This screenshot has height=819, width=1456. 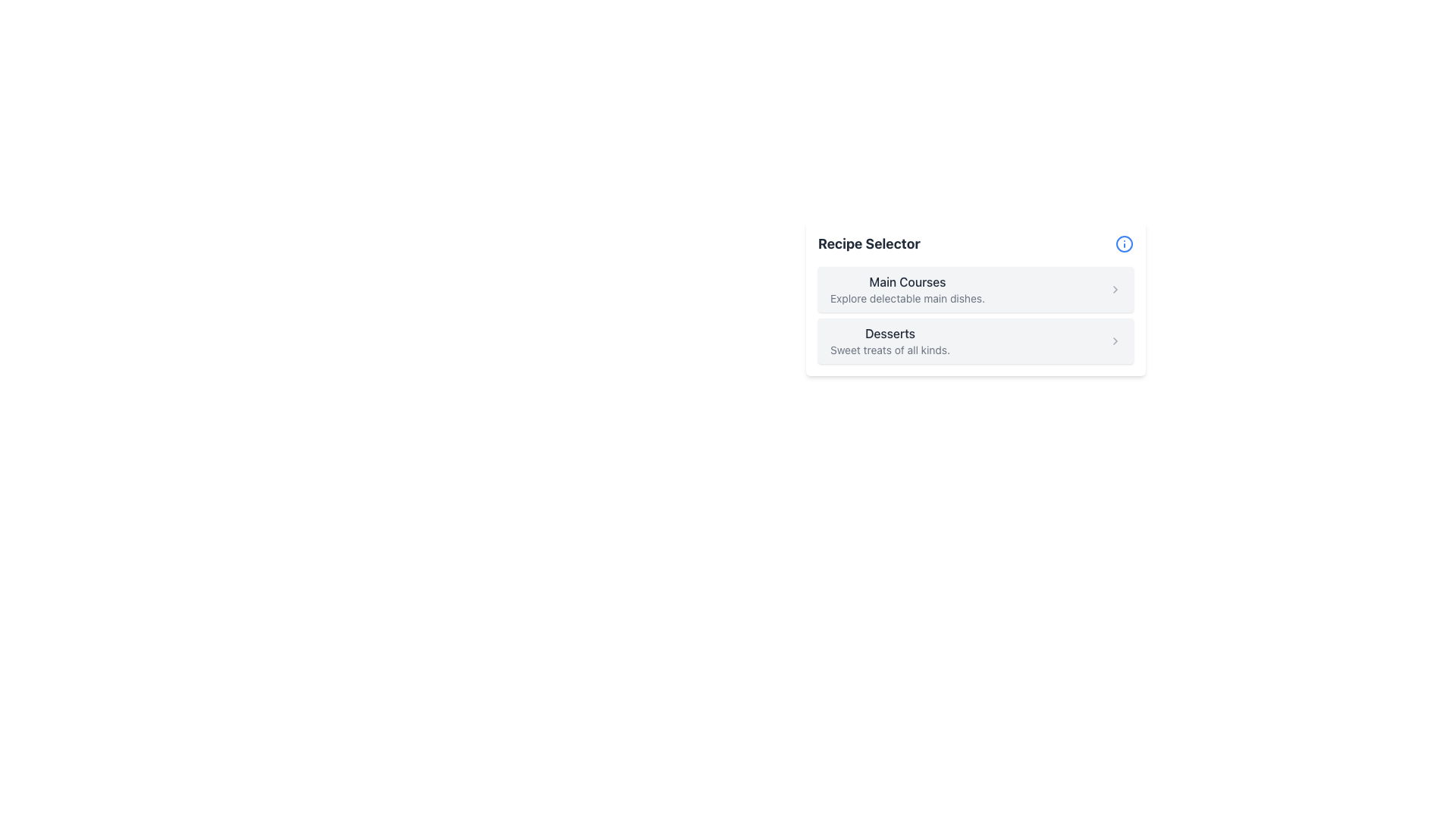 I want to click on the text element reading 'Sweet treats of all kinds.' which serves as a subtitle under the 'Desserts' heading in the Recipe Selector section, so click(x=890, y=350).